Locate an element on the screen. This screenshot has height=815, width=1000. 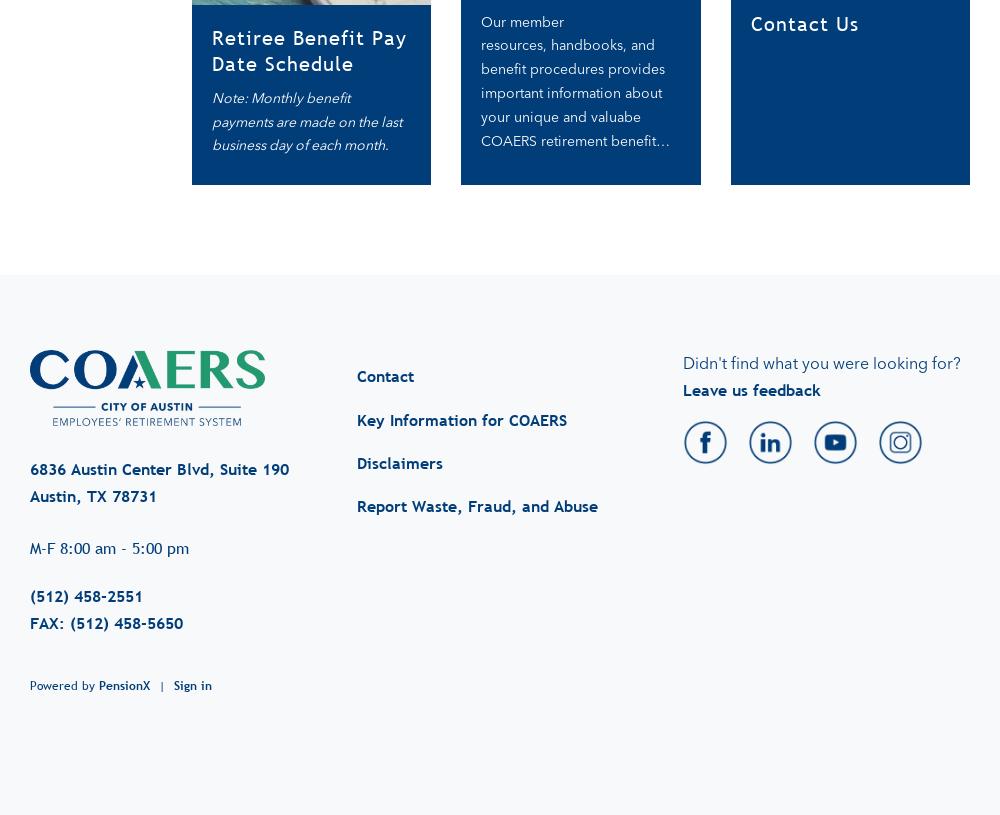
'PensionX' is located at coordinates (98, 663).